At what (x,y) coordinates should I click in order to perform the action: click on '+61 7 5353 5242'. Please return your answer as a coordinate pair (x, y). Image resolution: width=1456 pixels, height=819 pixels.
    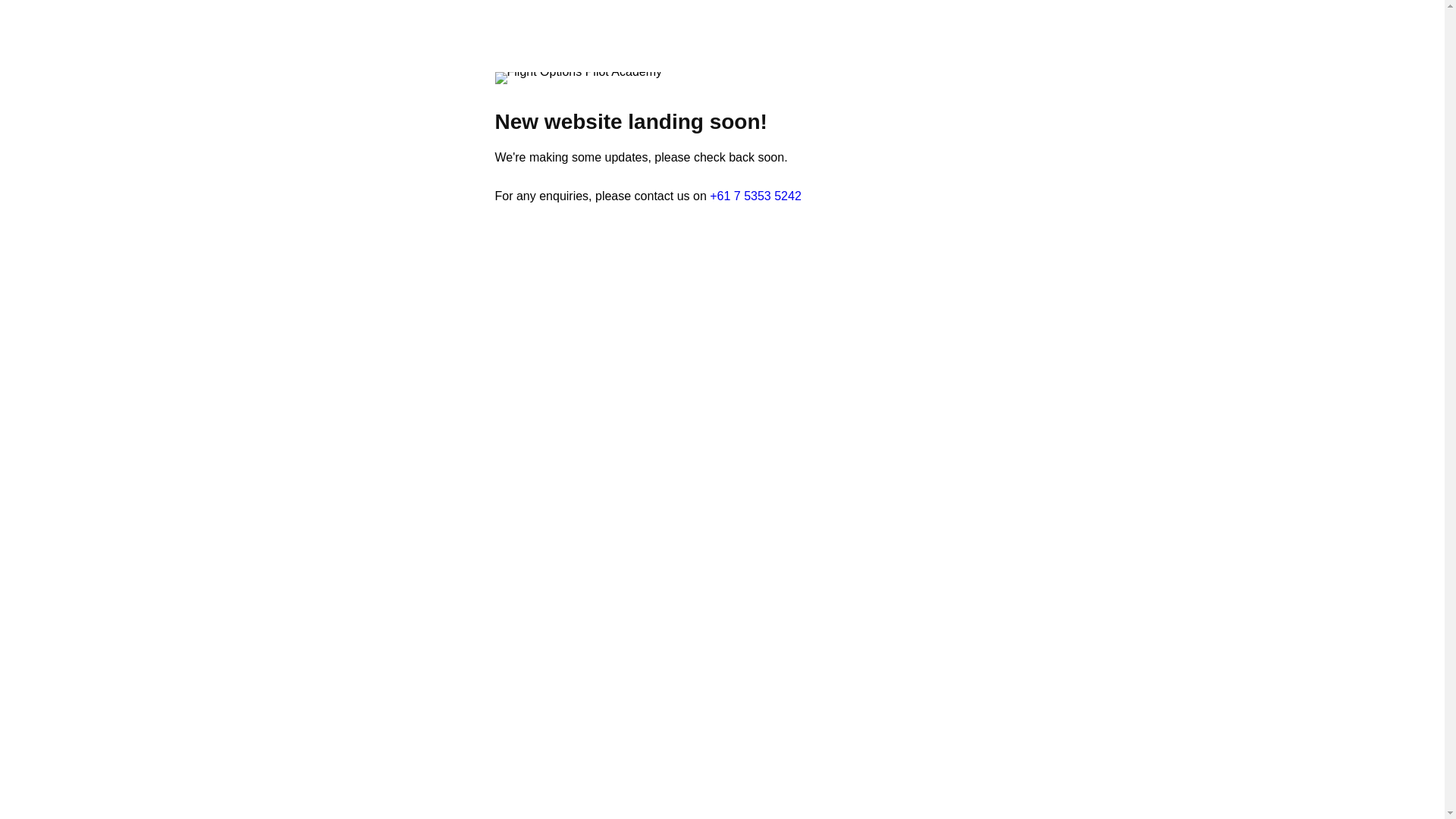
    Looking at the image, I should click on (755, 195).